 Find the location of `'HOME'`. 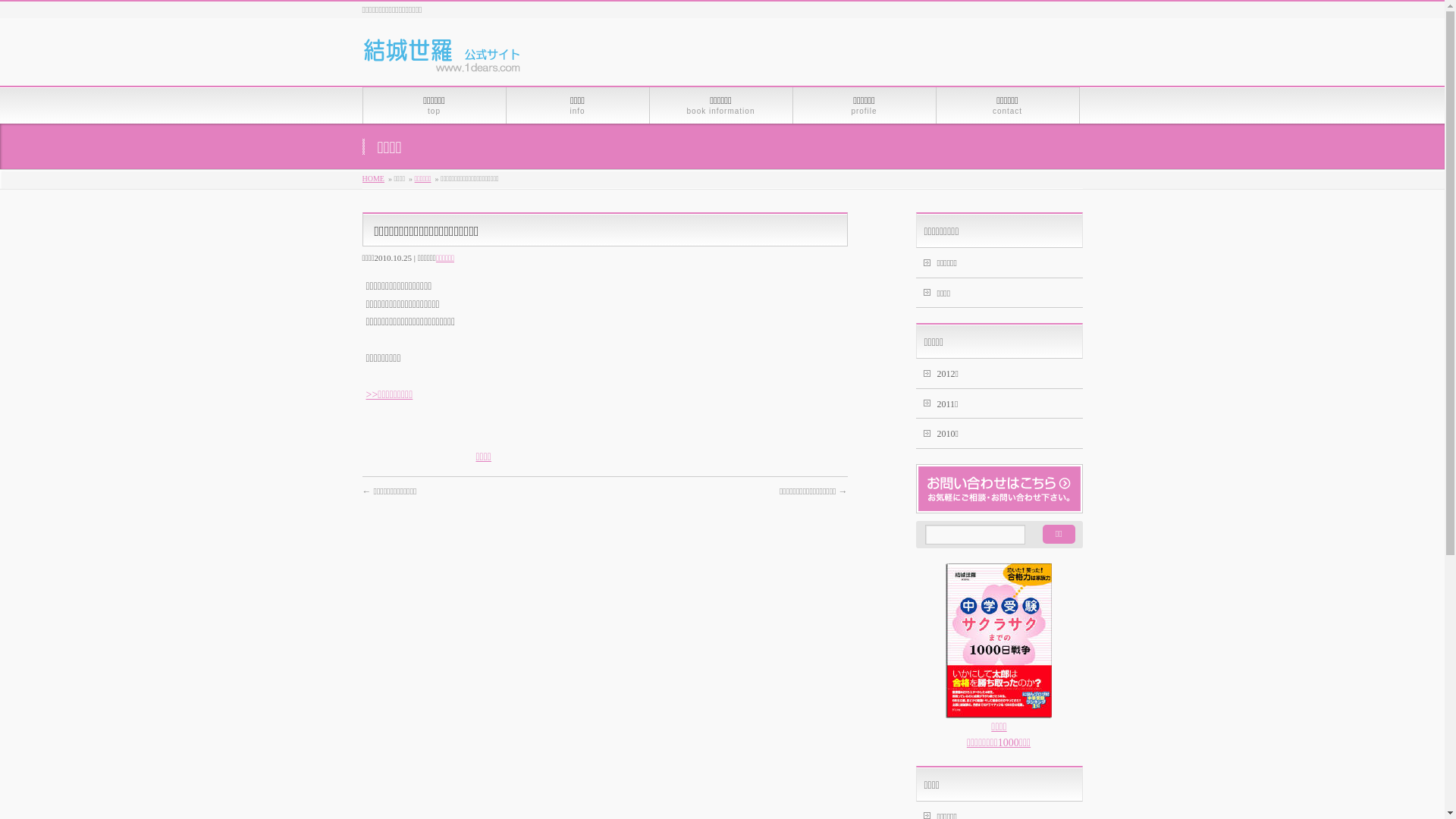

'HOME' is located at coordinates (362, 177).